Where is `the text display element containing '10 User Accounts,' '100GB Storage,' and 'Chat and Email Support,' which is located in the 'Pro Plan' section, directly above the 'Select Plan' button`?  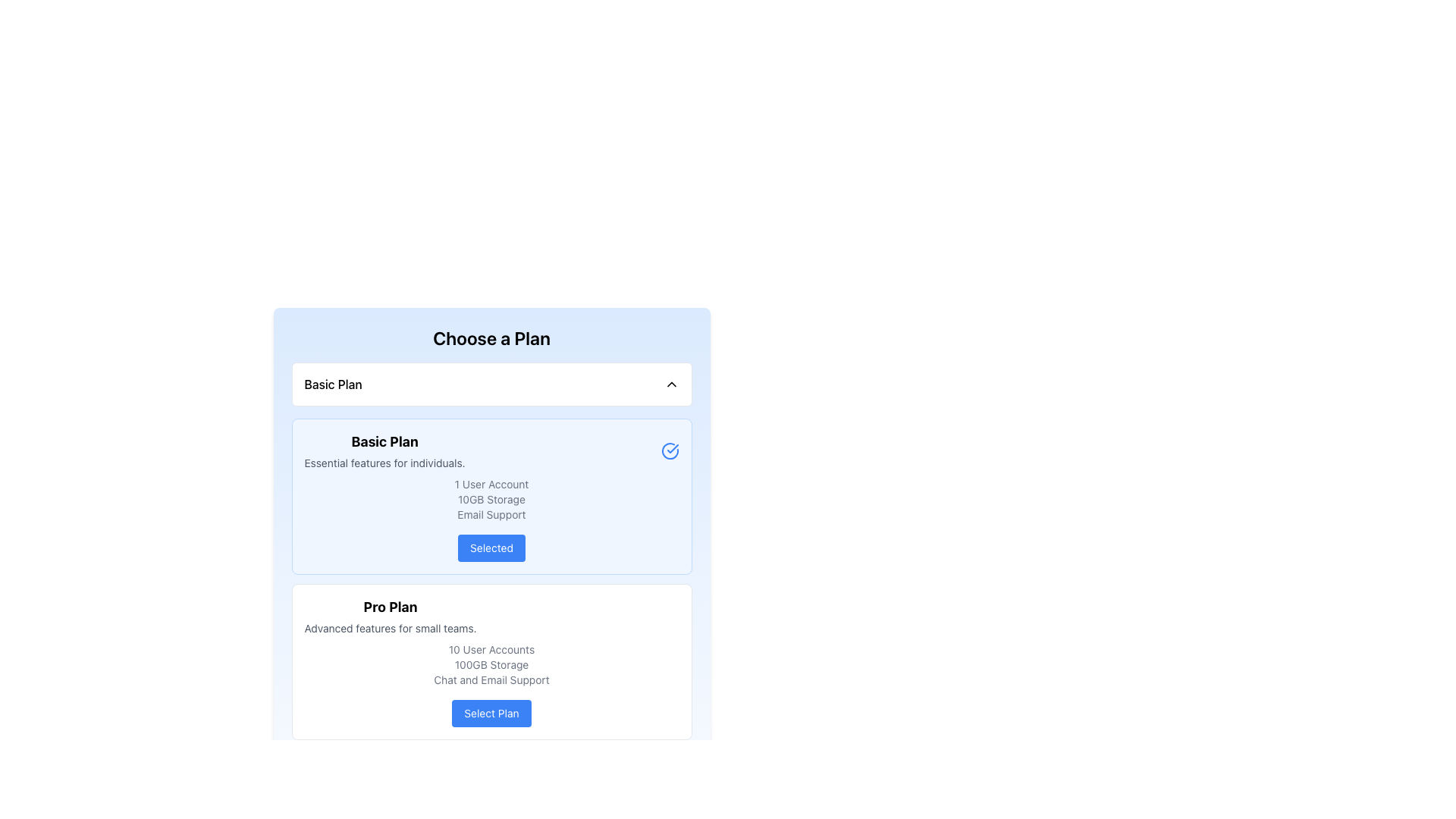 the text display element containing '10 User Accounts,' '100GB Storage,' and 'Chat and Email Support,' which is located in the 'Pro Plan' section, directly above the 'Select Plan' button is located at coordinates (491, 664).